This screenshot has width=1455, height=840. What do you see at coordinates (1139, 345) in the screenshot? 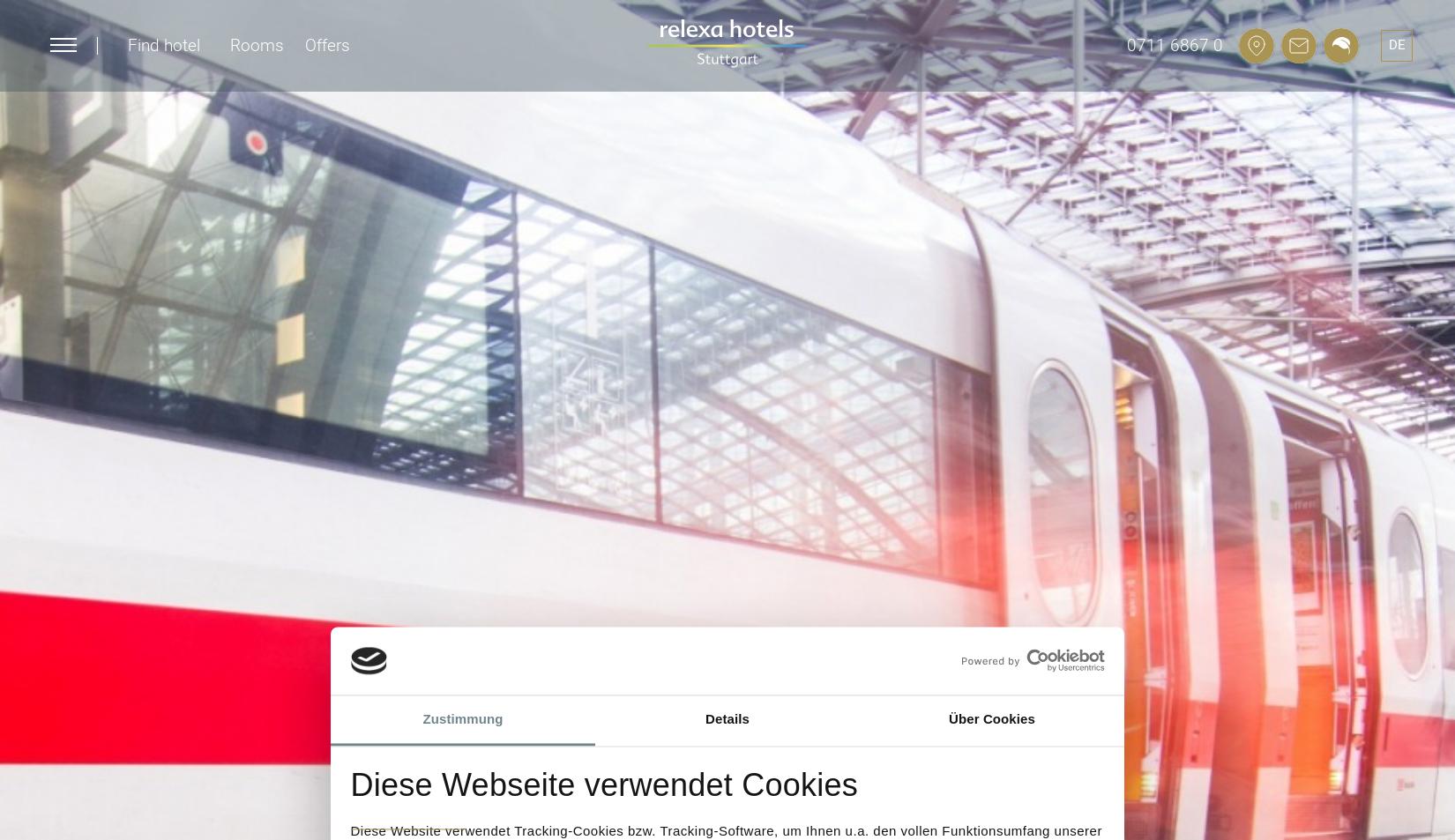
I see `'Certified hotel'` at bounding box center [1139, 345].